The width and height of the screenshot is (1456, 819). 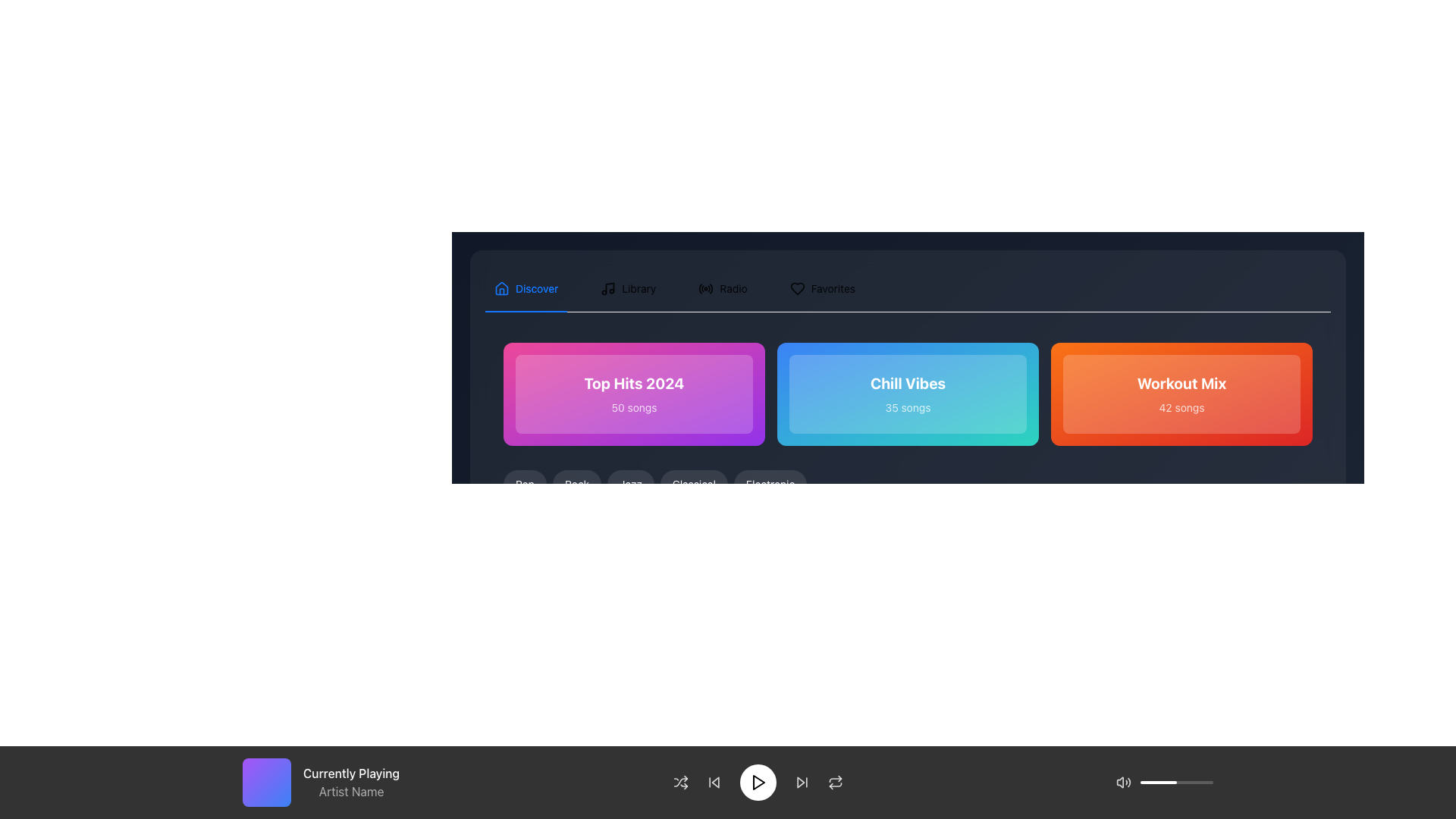 I want to click on the static text display that shows the name of the artist currently being played, located below the 'Currently Playing' text in the footer section, so click(x=350, y=791).